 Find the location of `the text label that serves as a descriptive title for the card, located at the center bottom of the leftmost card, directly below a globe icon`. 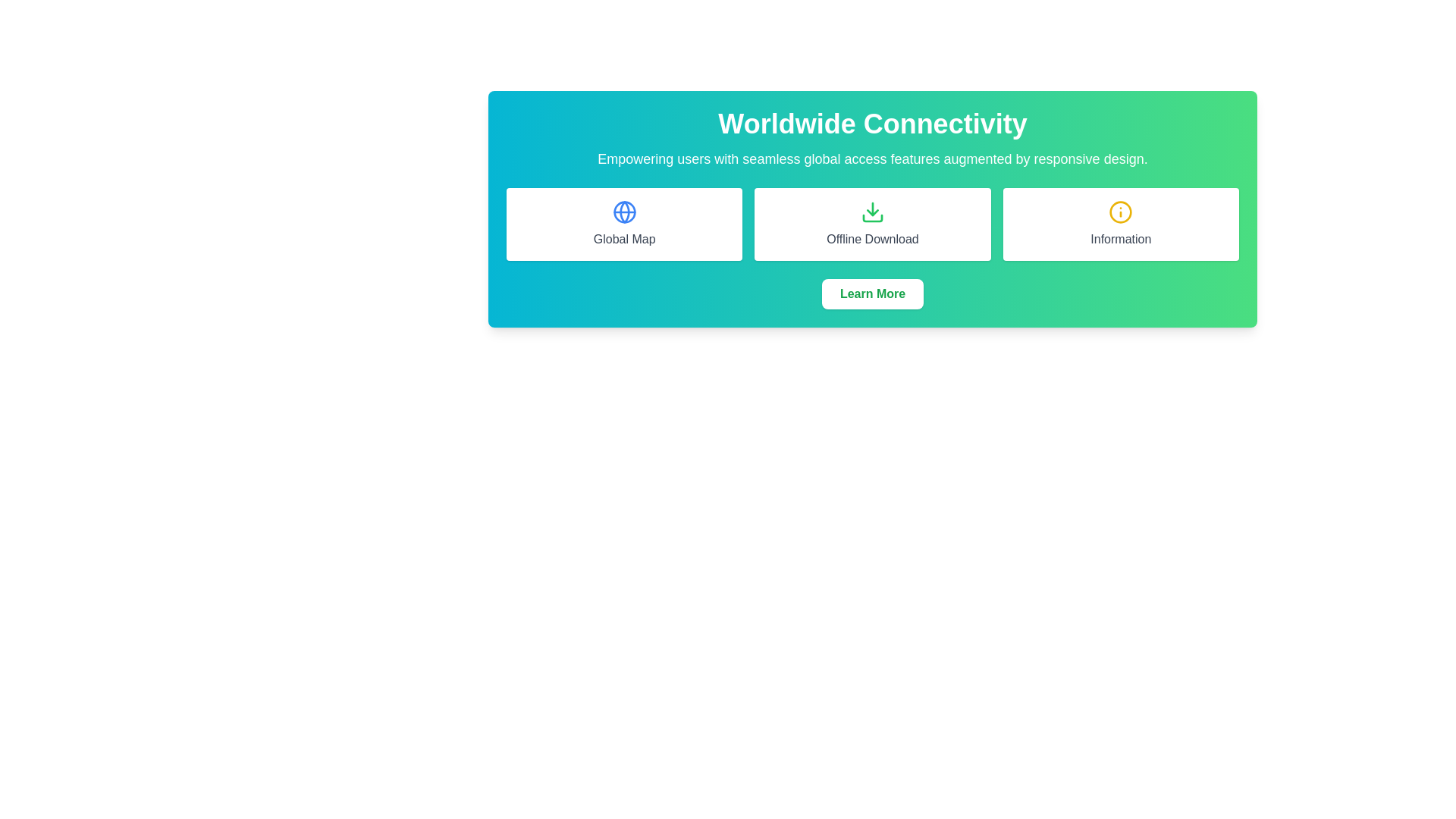

the text label that serves as a descriptive title for the card, located at the center bottom of the leftmost card, directly below a globe icon is located at coordinates (624, 239).